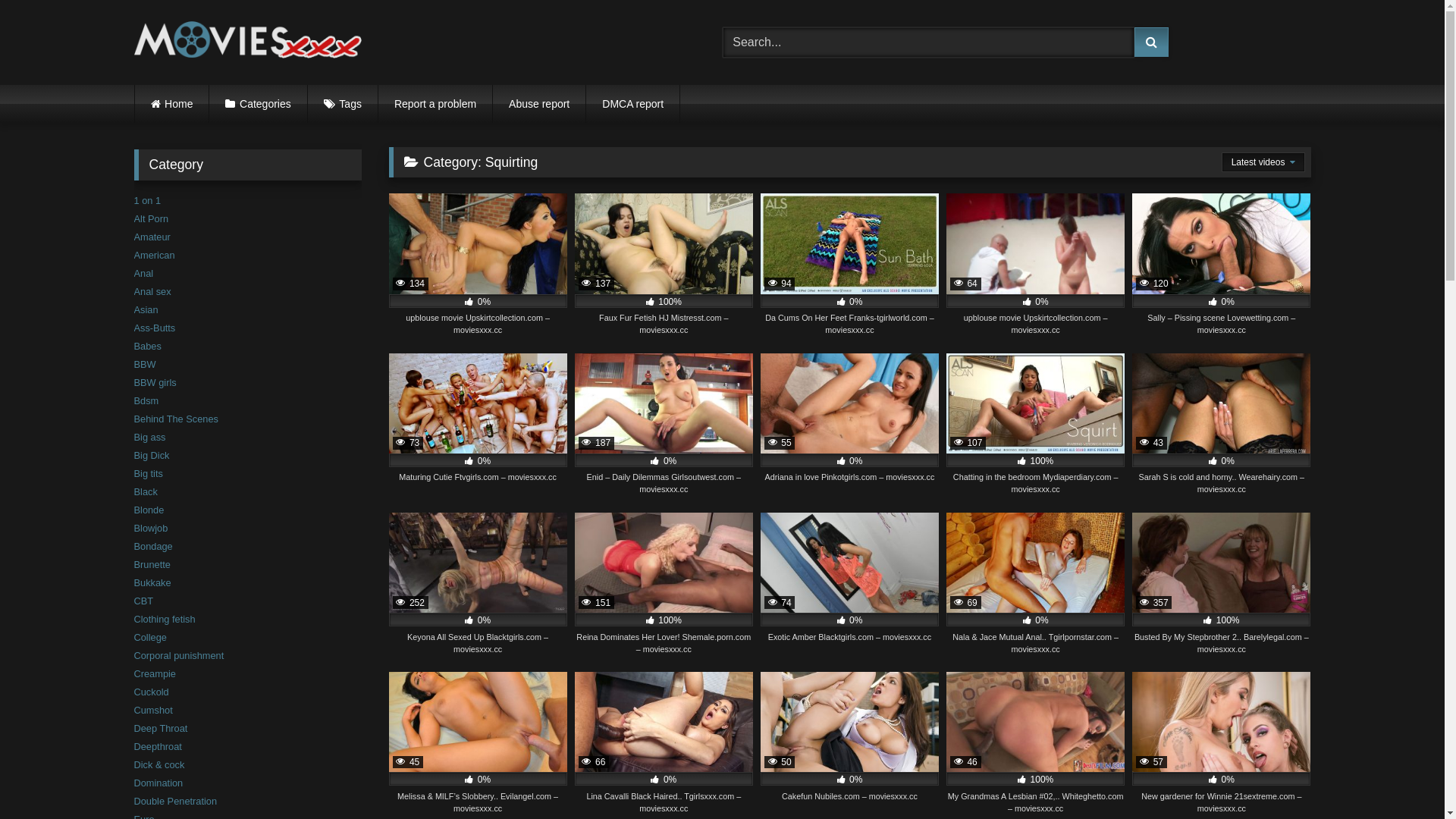 The width and height of the screenshot is (1456, 819). I want to click on 'BBW', so click(144, 364).